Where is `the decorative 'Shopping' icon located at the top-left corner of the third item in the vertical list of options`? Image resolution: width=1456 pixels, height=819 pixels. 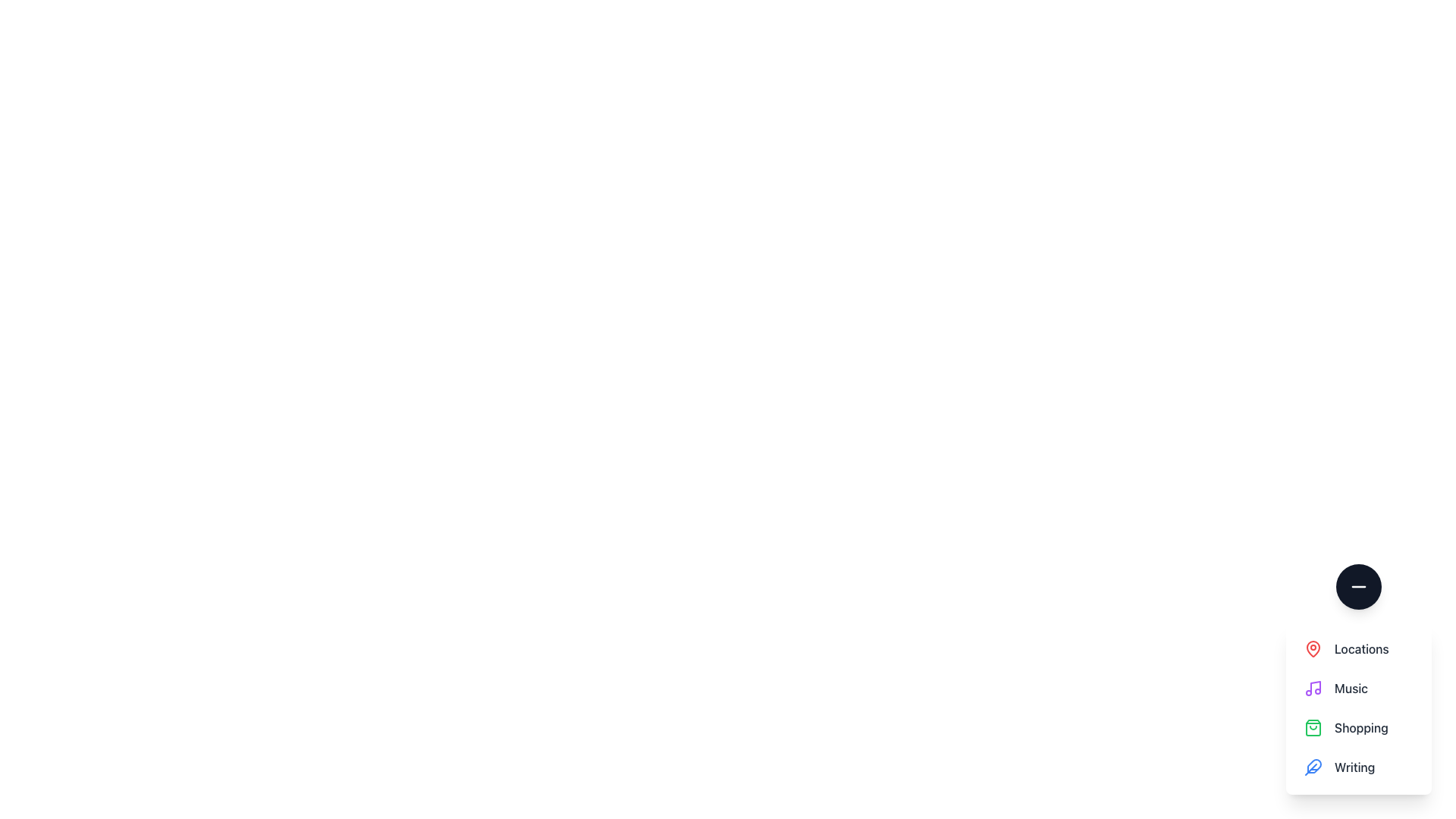
the decorative 'Shopping' icon located at the top-left corner of the third item in the vertical list of options is located at coordinates (1313, 727).